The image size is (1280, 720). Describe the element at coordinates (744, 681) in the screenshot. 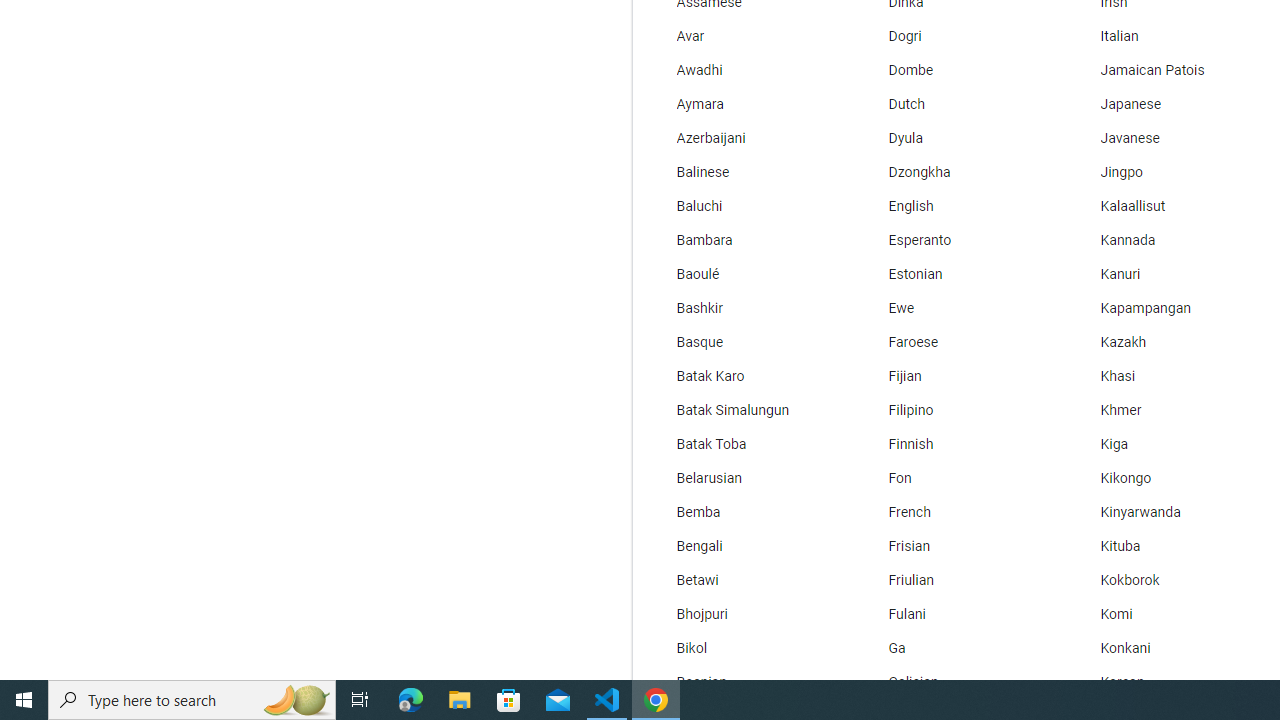

I see `'Bosnian'` at that location.